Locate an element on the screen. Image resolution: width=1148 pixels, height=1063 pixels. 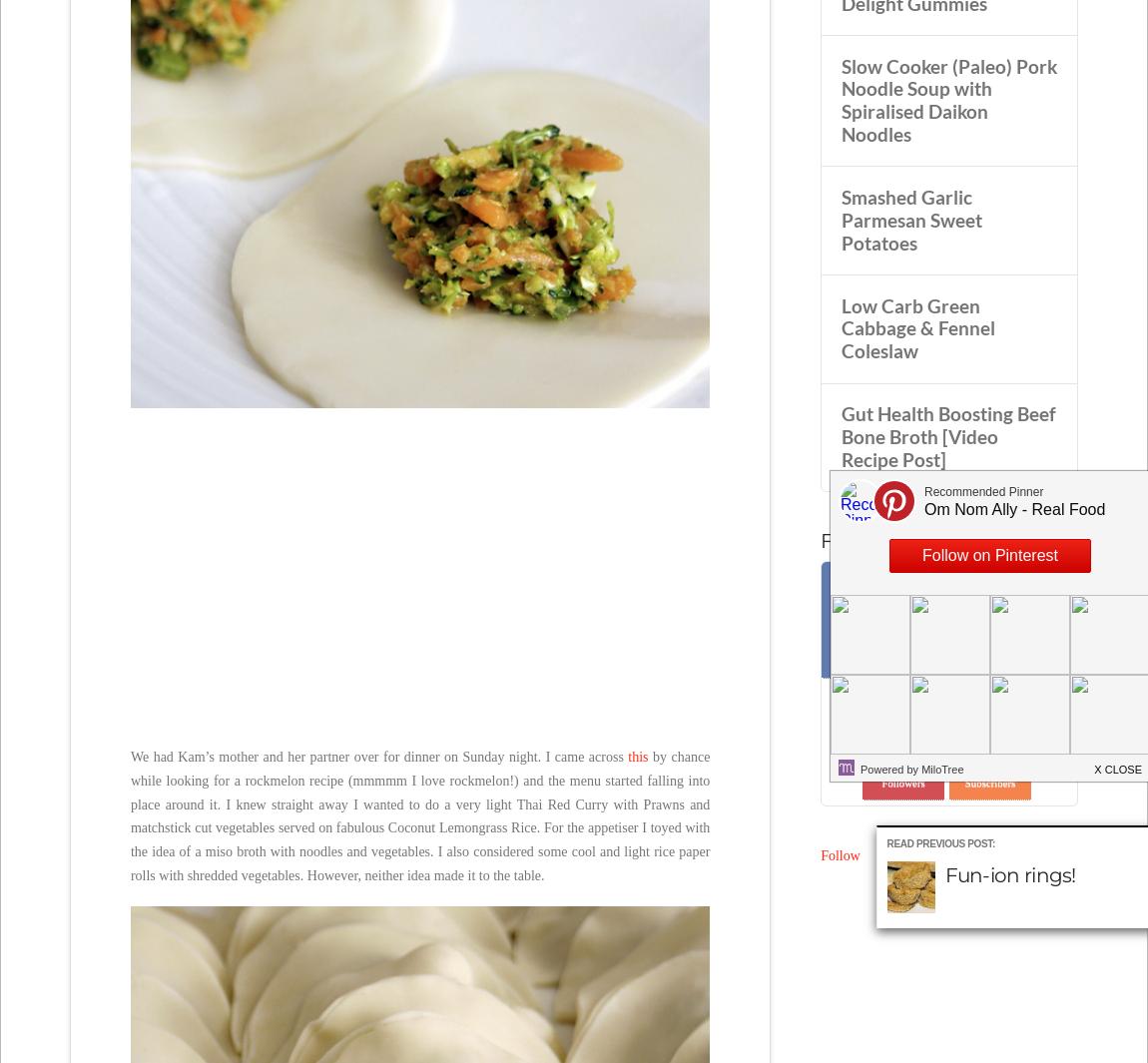
'Slow Cooker (Paleo) Pork Noodle Soup with Spiralised Daikon Noodles' is located at coordinates (948, 99).